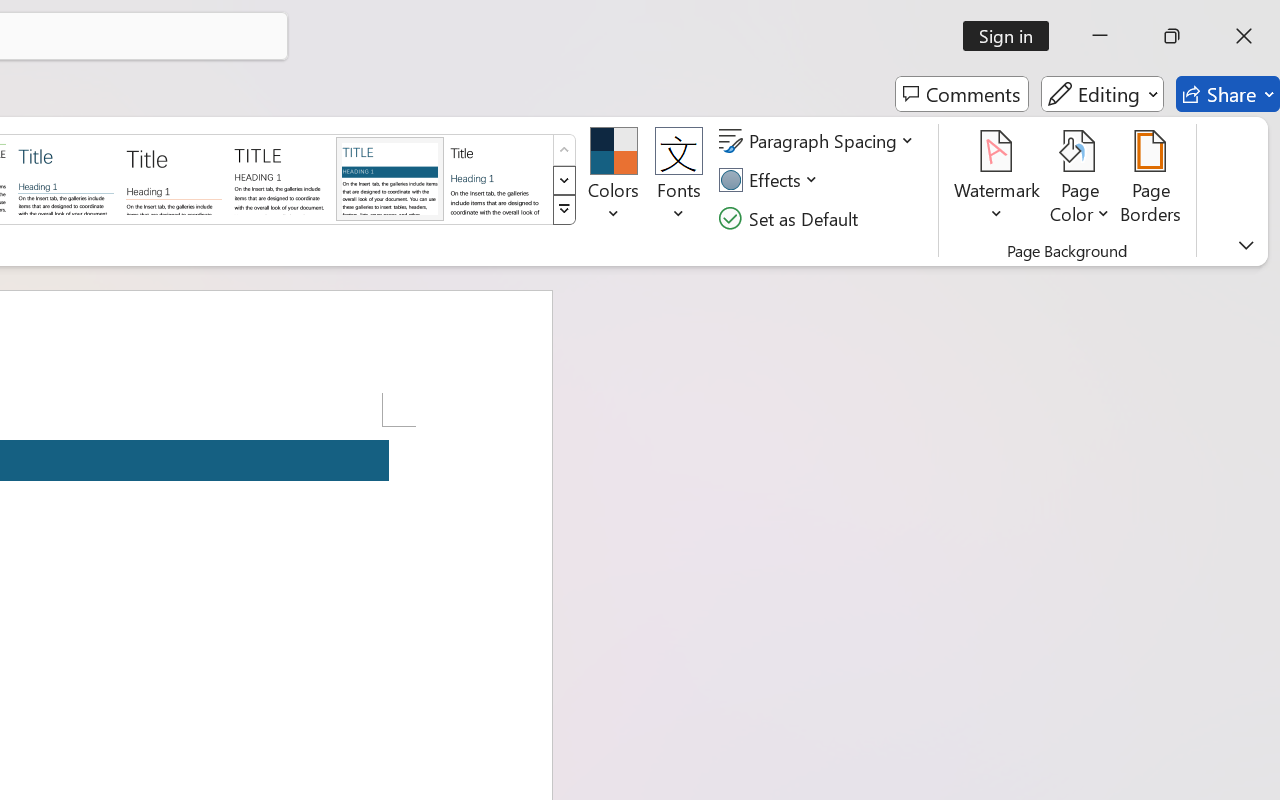  Describe the element at coordinates (1151, 179) in the screenshot. I see `'Page Borders...'` at that location.